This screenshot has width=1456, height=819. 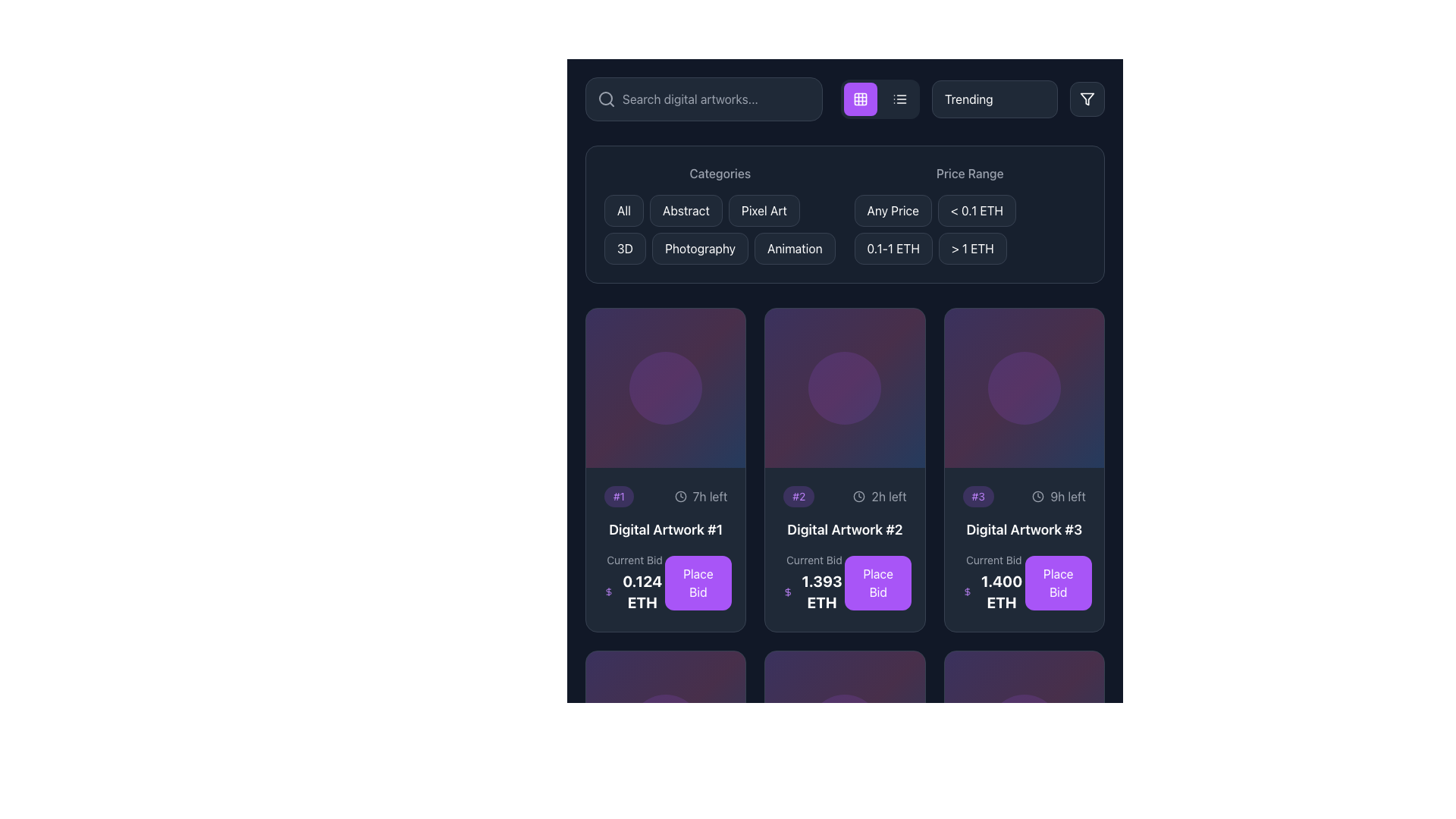 What do you see at coordinates (685, 210) in the screenshot?
I see `the 'Abstract' button, which is a rectangular button with rounded corners, filled with dark gray color and light text, located between 'All' and 'Pixel Art' buttons, to filter to the Abstract category` at bounding box center [685, 210].